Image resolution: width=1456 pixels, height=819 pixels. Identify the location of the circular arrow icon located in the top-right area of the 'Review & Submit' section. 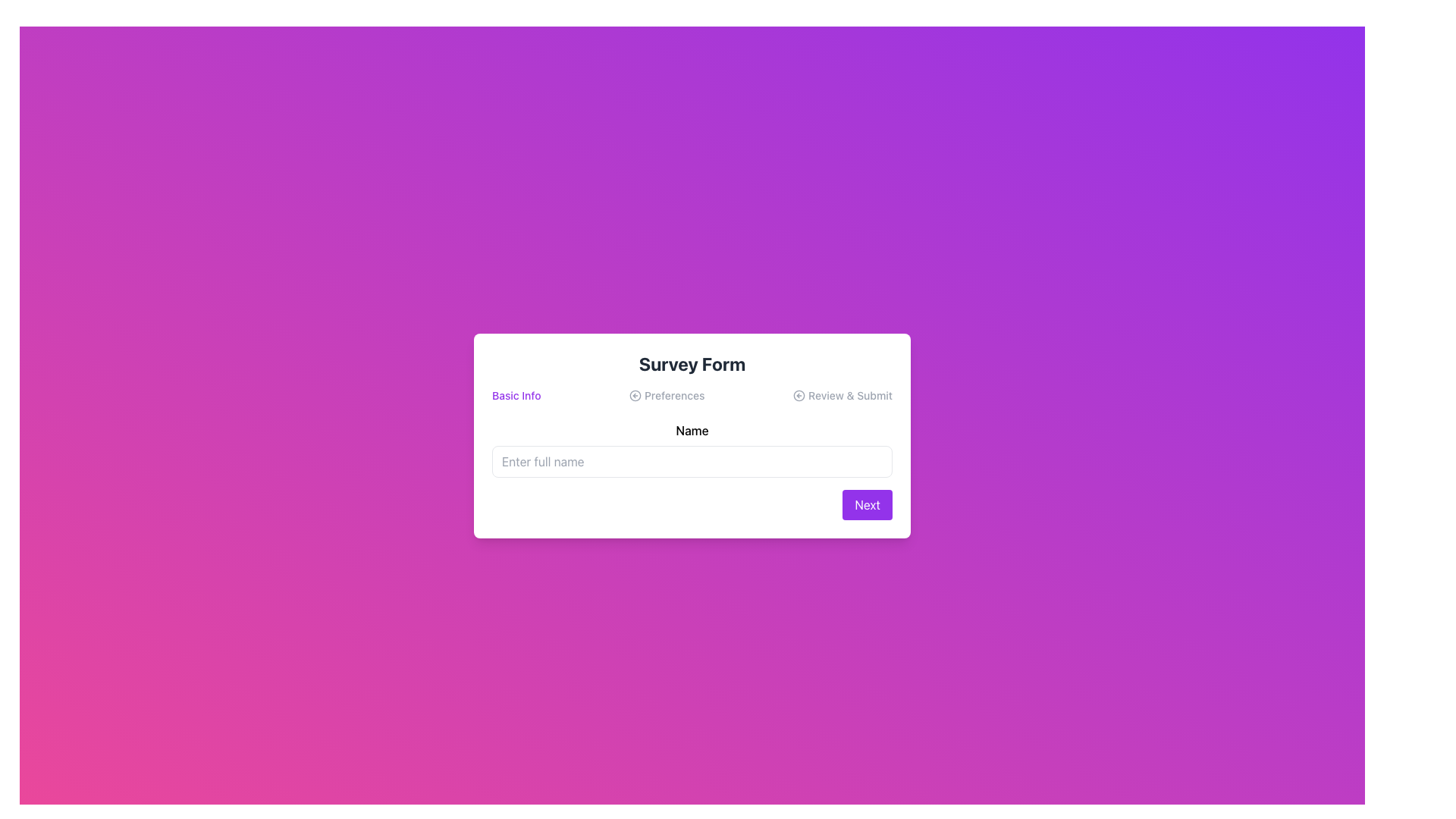
(799, 394).